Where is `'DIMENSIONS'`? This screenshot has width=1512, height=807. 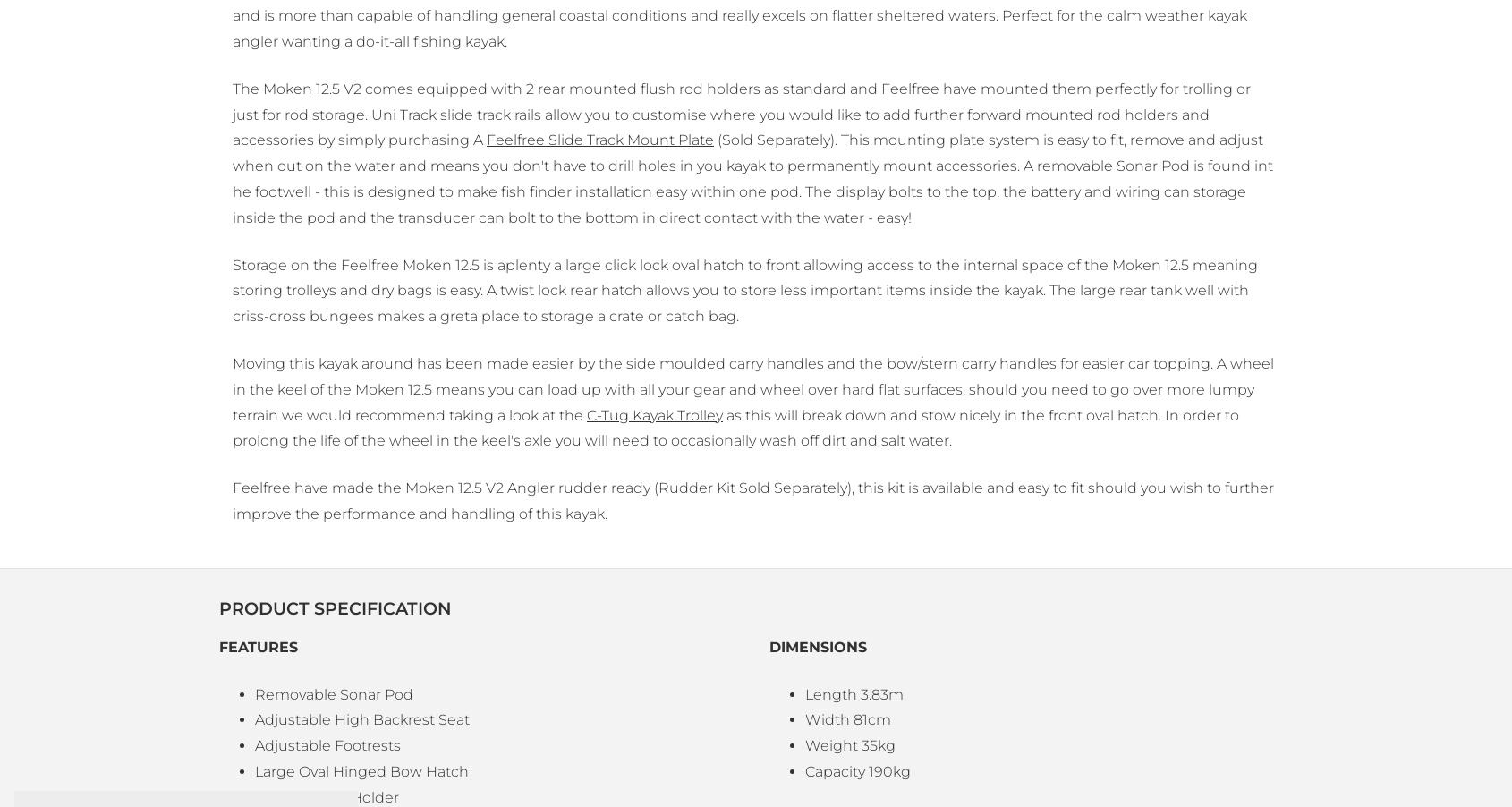 'DIMENSIONS' is located at coordinates (817, 646).